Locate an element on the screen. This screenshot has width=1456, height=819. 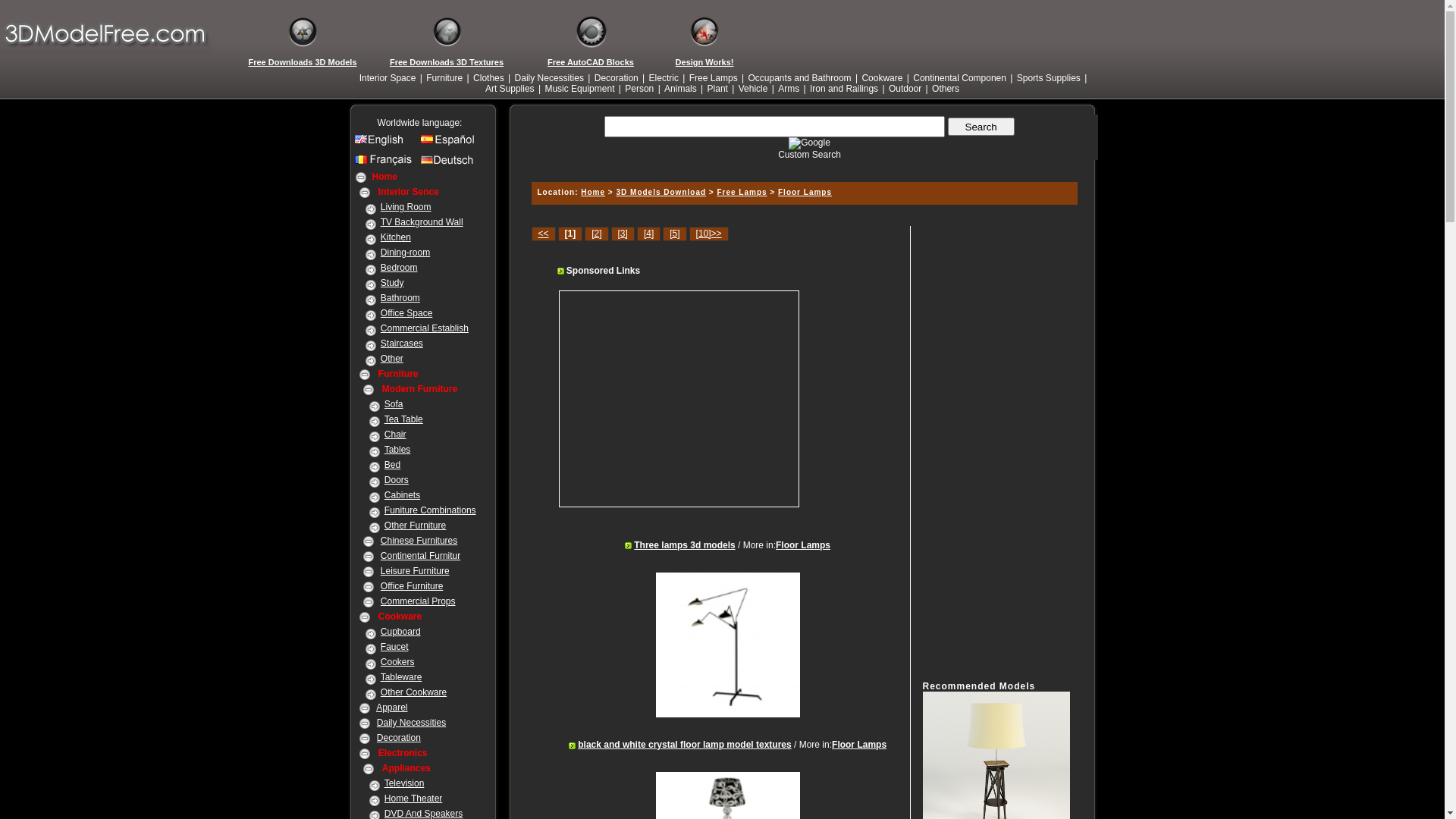
'Electronics' is located at coordinates (403, 752).